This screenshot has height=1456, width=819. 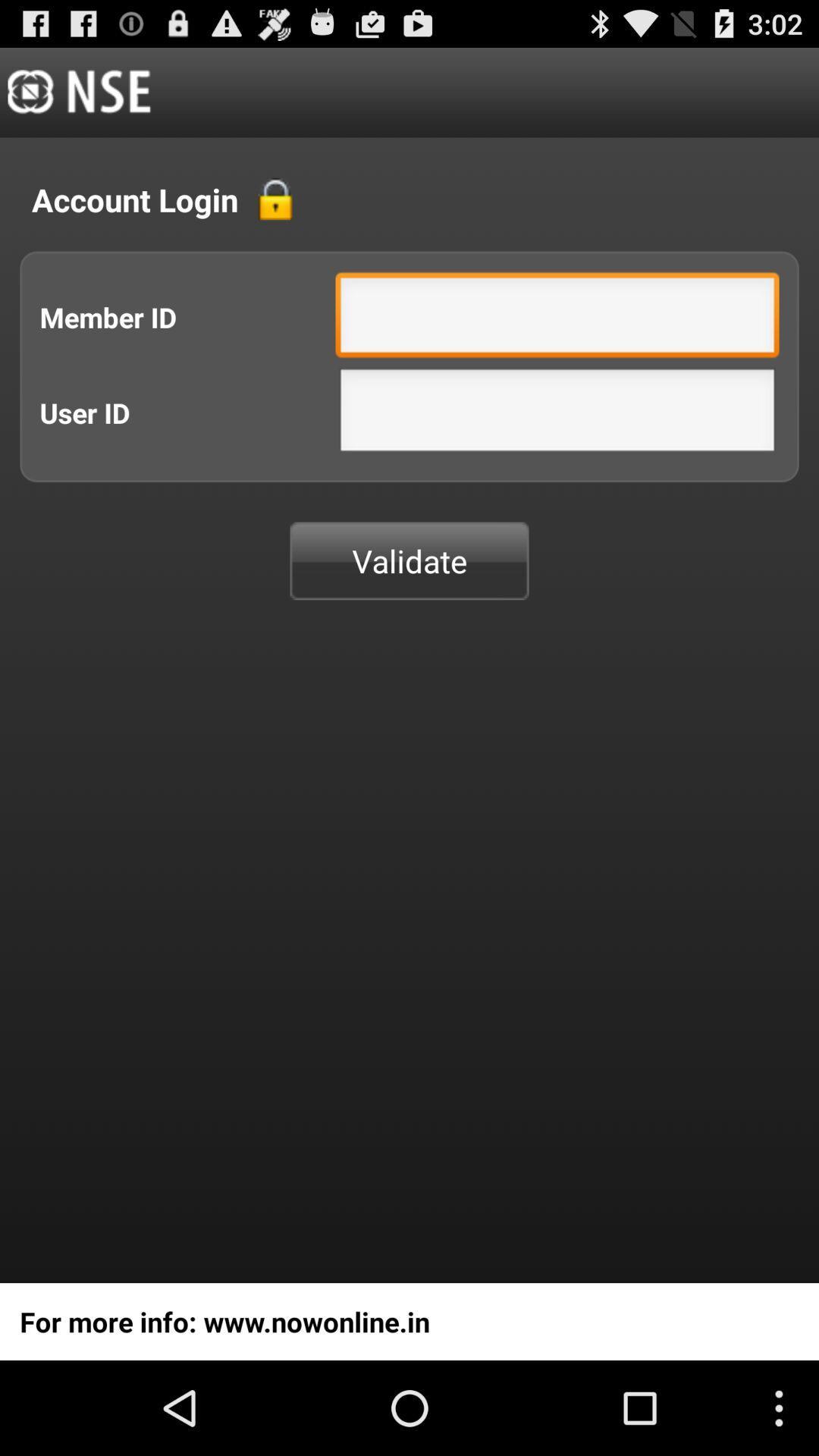 What do you see at coordinates (557, 318) in the screenshot?
I see `field where you enter your member id` at bounding box center [557, 318].